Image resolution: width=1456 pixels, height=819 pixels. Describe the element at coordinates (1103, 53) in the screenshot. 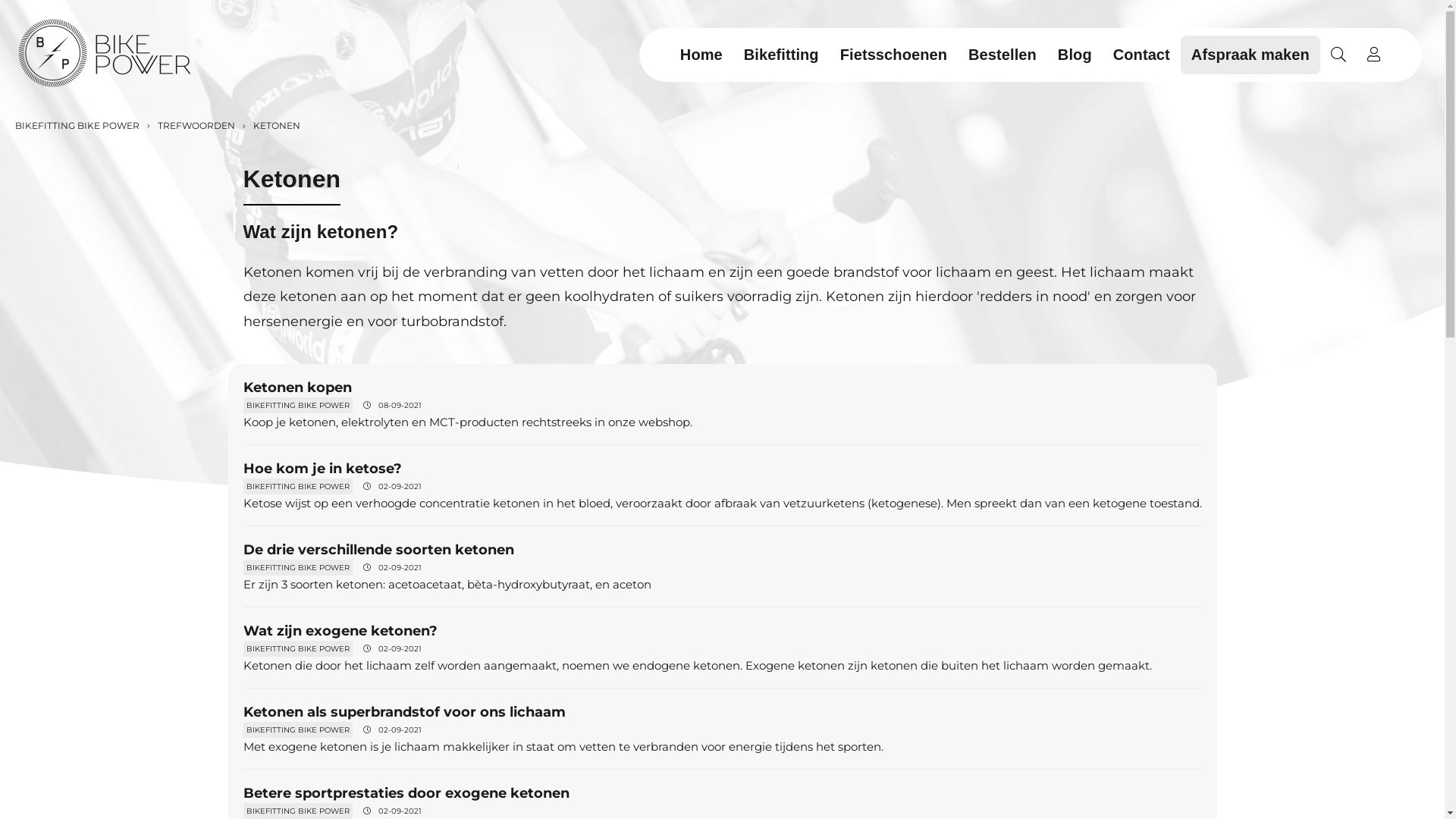

I see `'Contact'` at that location.